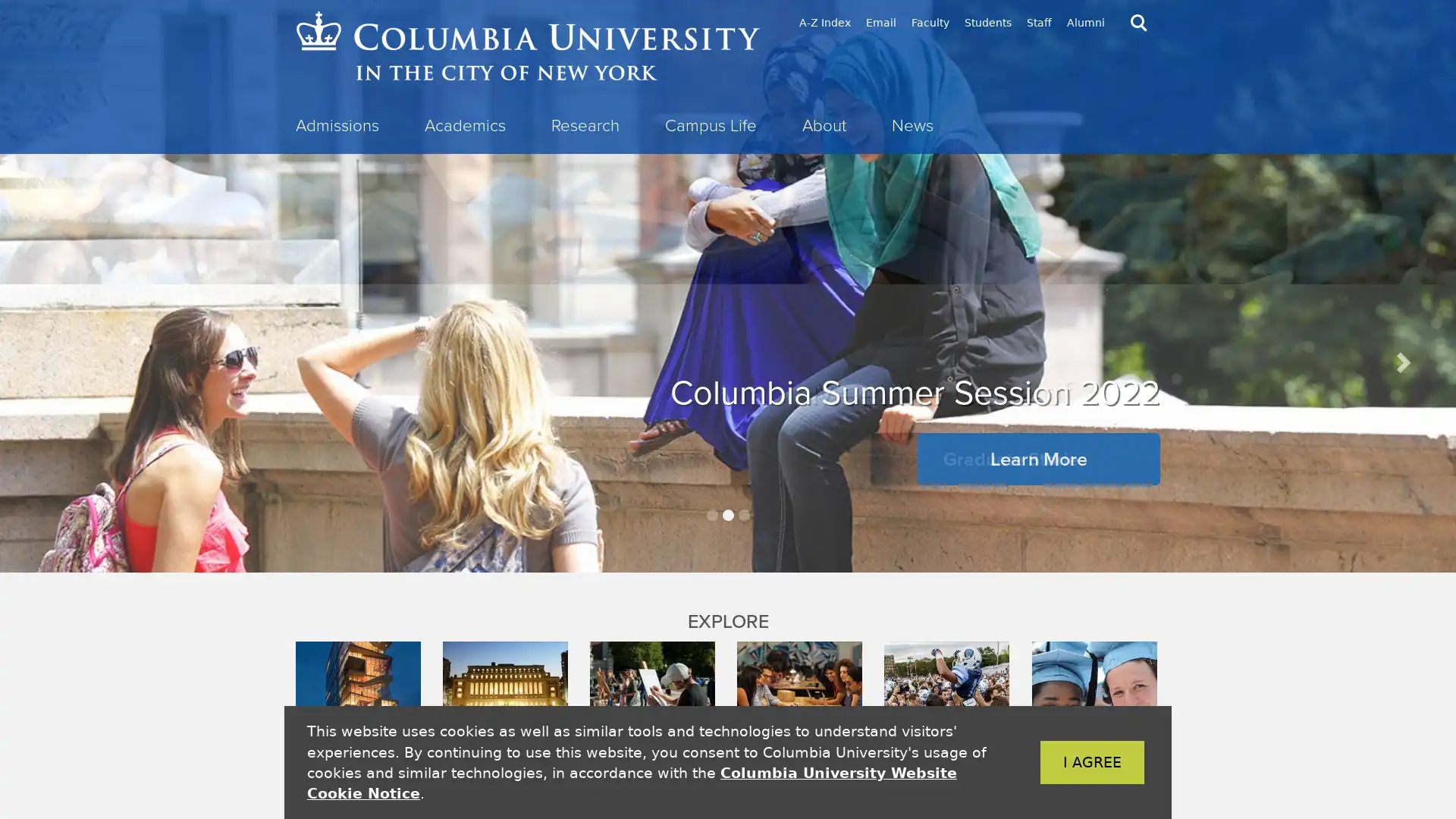 The width and height of the screenshot is (1456, 819). What do you see at coordinates (1015, 458) in the screenshot?
I see `Graduate Stories` at bounding box center [1015, 458].